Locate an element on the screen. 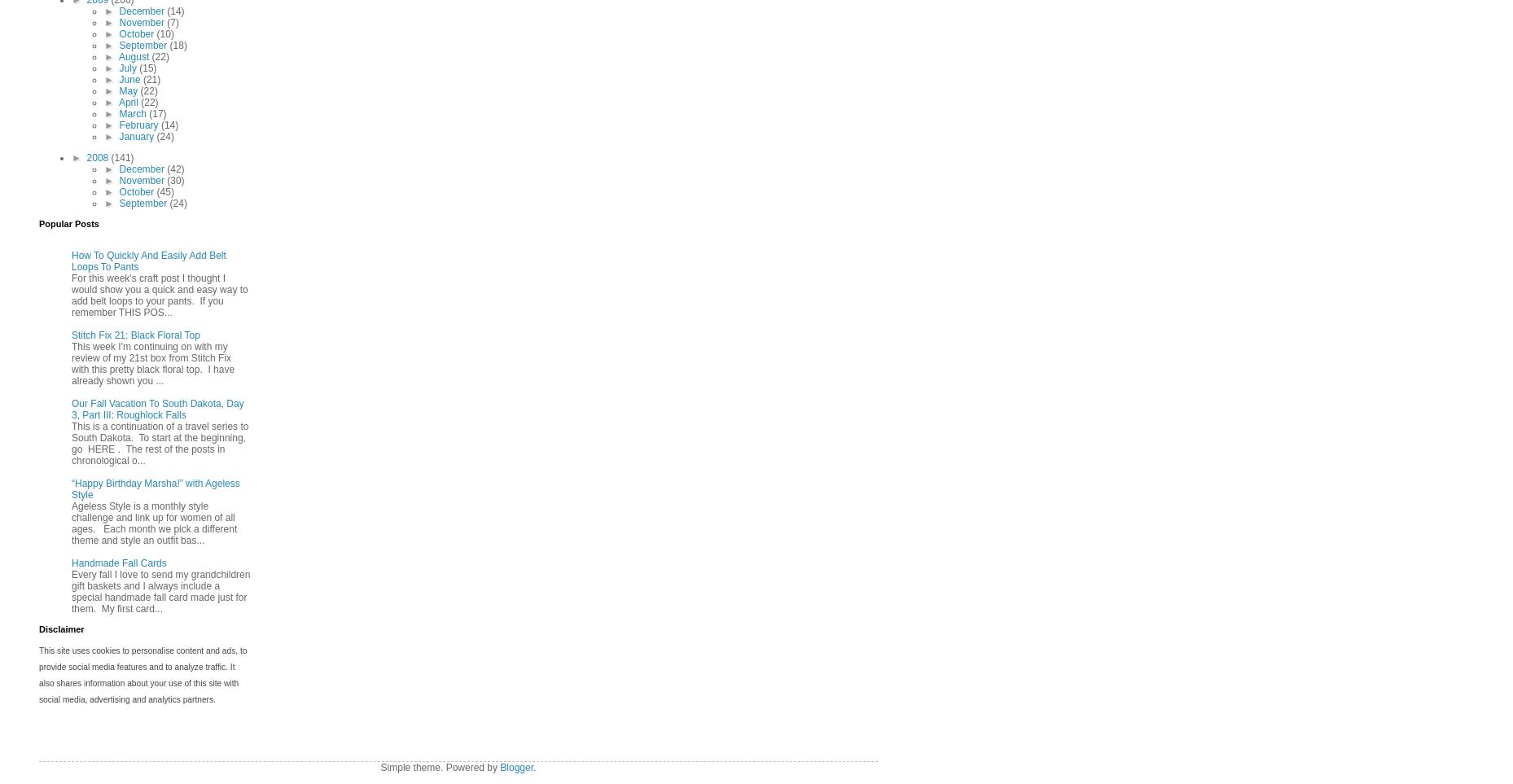  'Stitch Fix 21:  Black Floral Top' is located at coordinates (135, 335).